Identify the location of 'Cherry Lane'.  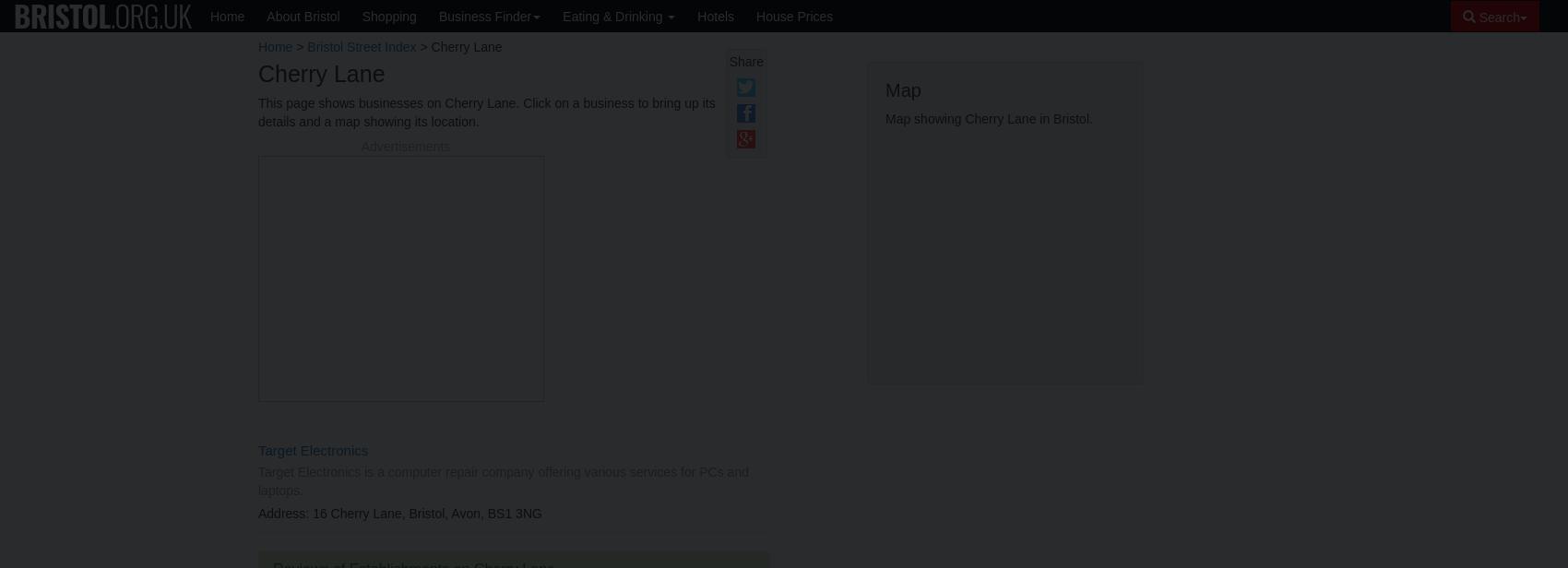
(320, 73).